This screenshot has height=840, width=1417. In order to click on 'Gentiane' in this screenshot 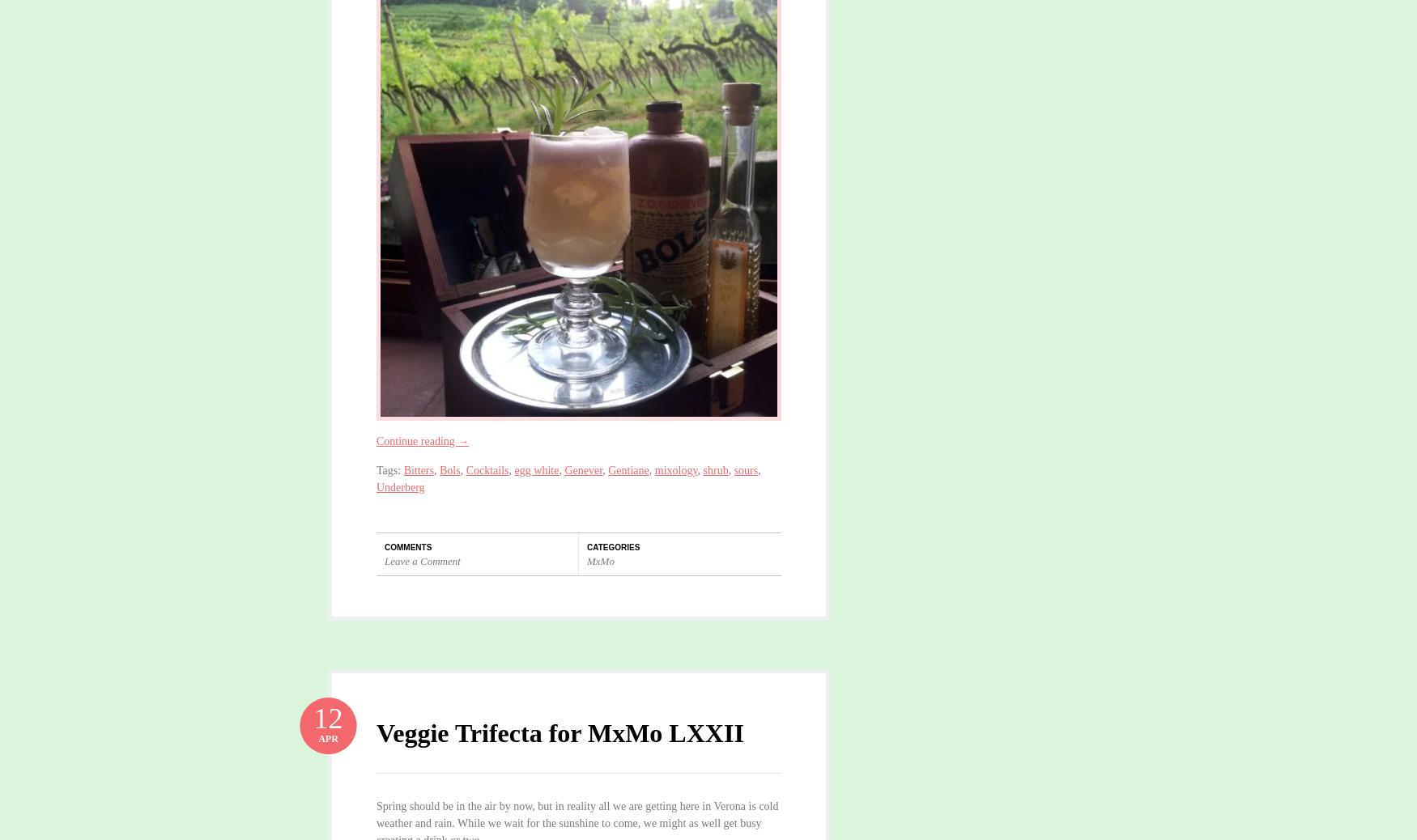, I will do `click(607, 469)`.